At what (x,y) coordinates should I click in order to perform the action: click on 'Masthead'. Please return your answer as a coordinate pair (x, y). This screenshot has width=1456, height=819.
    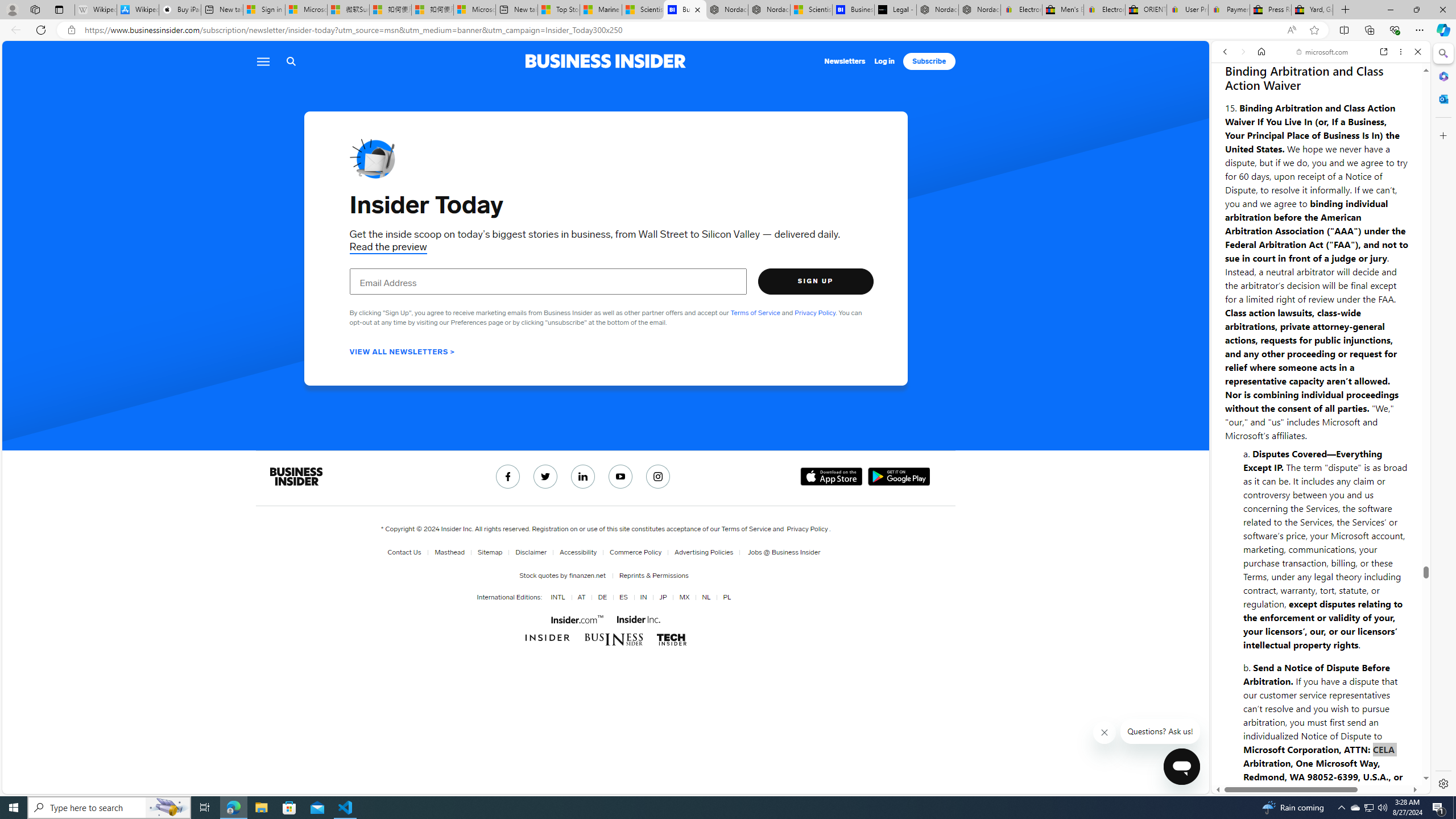
    Looking at the image, I should click on (447, 552).